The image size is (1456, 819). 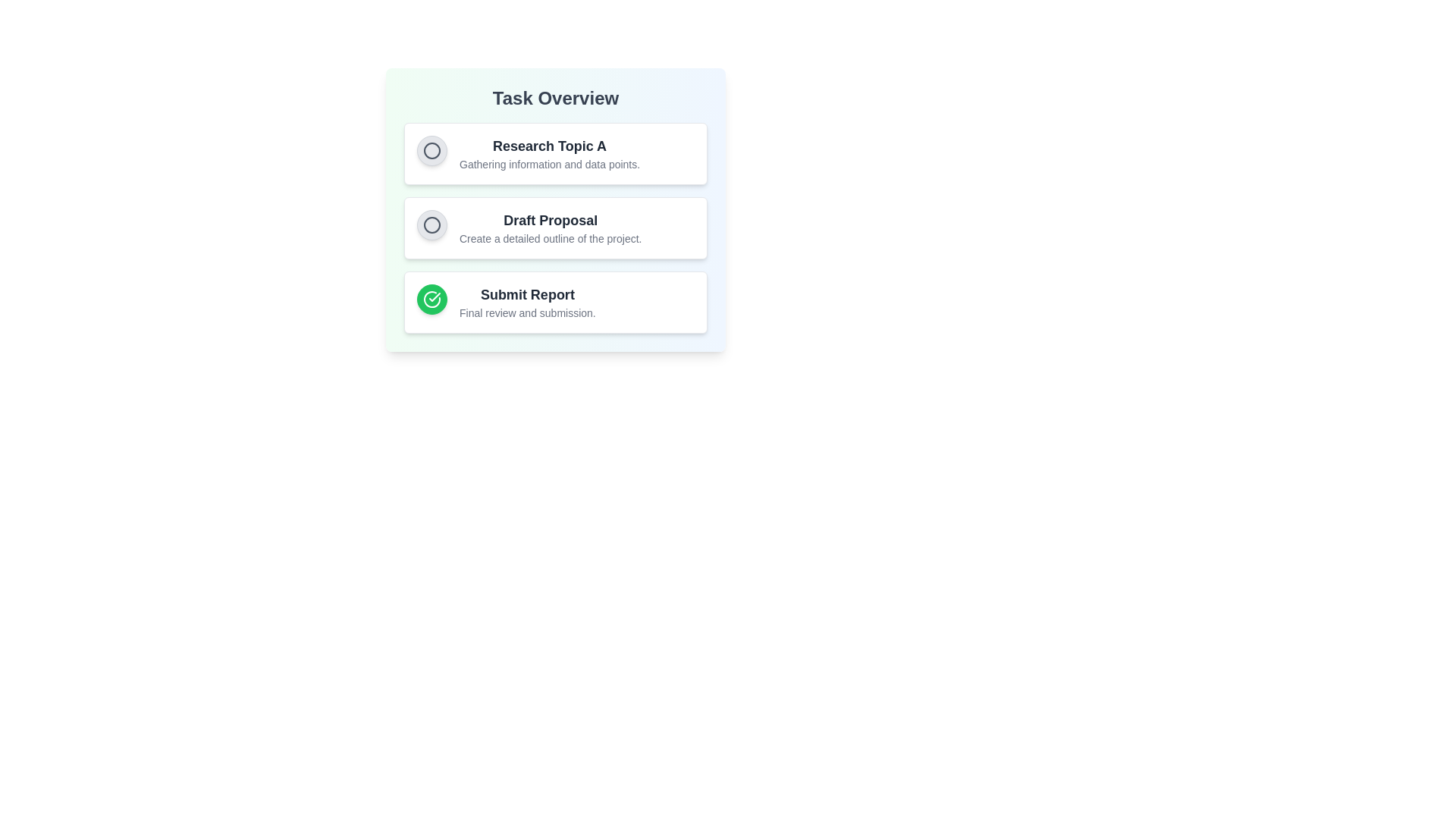 What do you see at coordinates (527, 312) in the screenshot?
I see `the text segment reading 'Final review and submission.' located below the title 'Submit Report'` at bounding box center [527, 312].